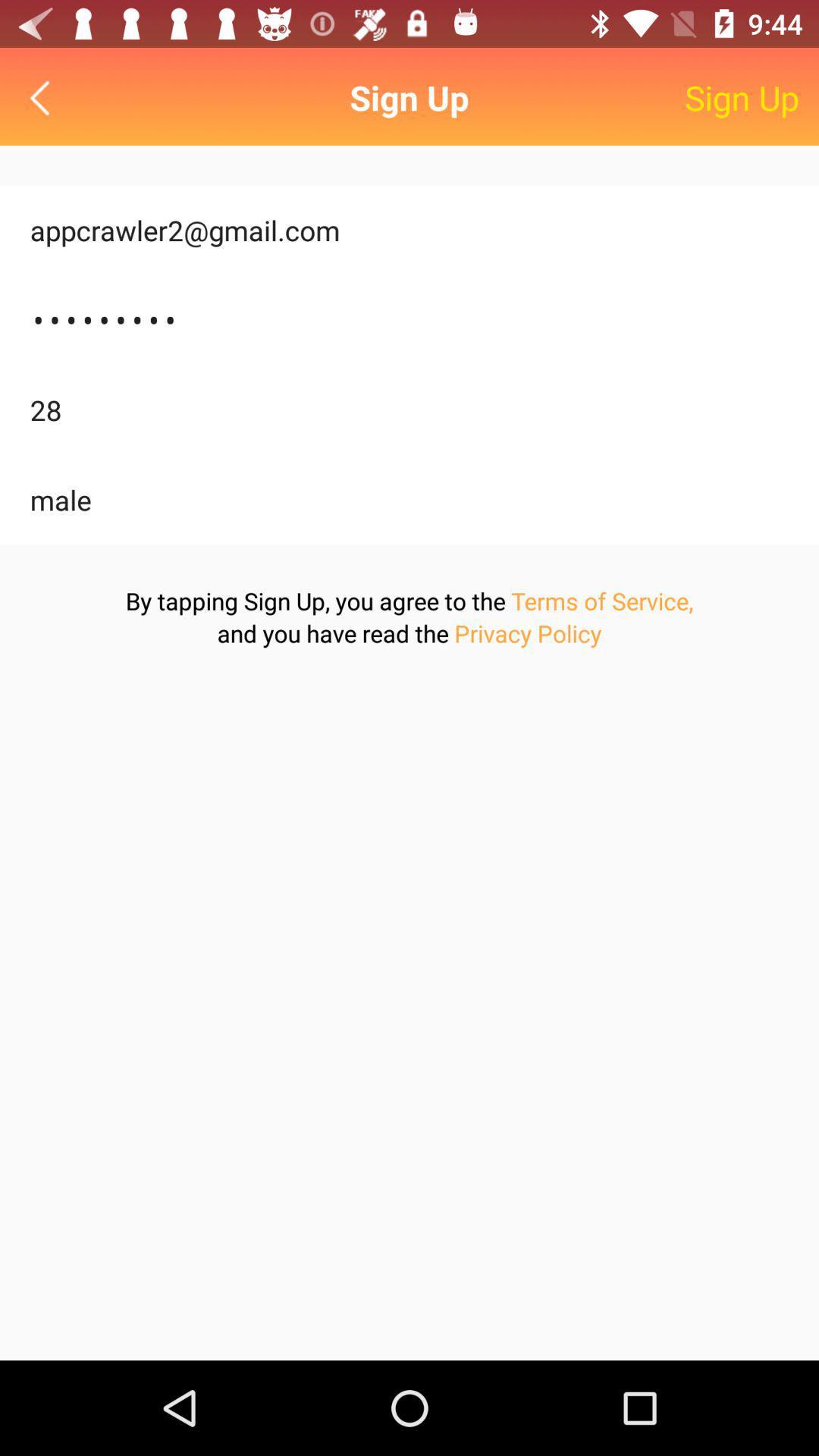 Image resolution: width=819 pixels, height=1456 pixels. What do you see at coordinates (409, 409) in the screenshot?
I see `item below crowd3116` at bounding box center [409, 409].